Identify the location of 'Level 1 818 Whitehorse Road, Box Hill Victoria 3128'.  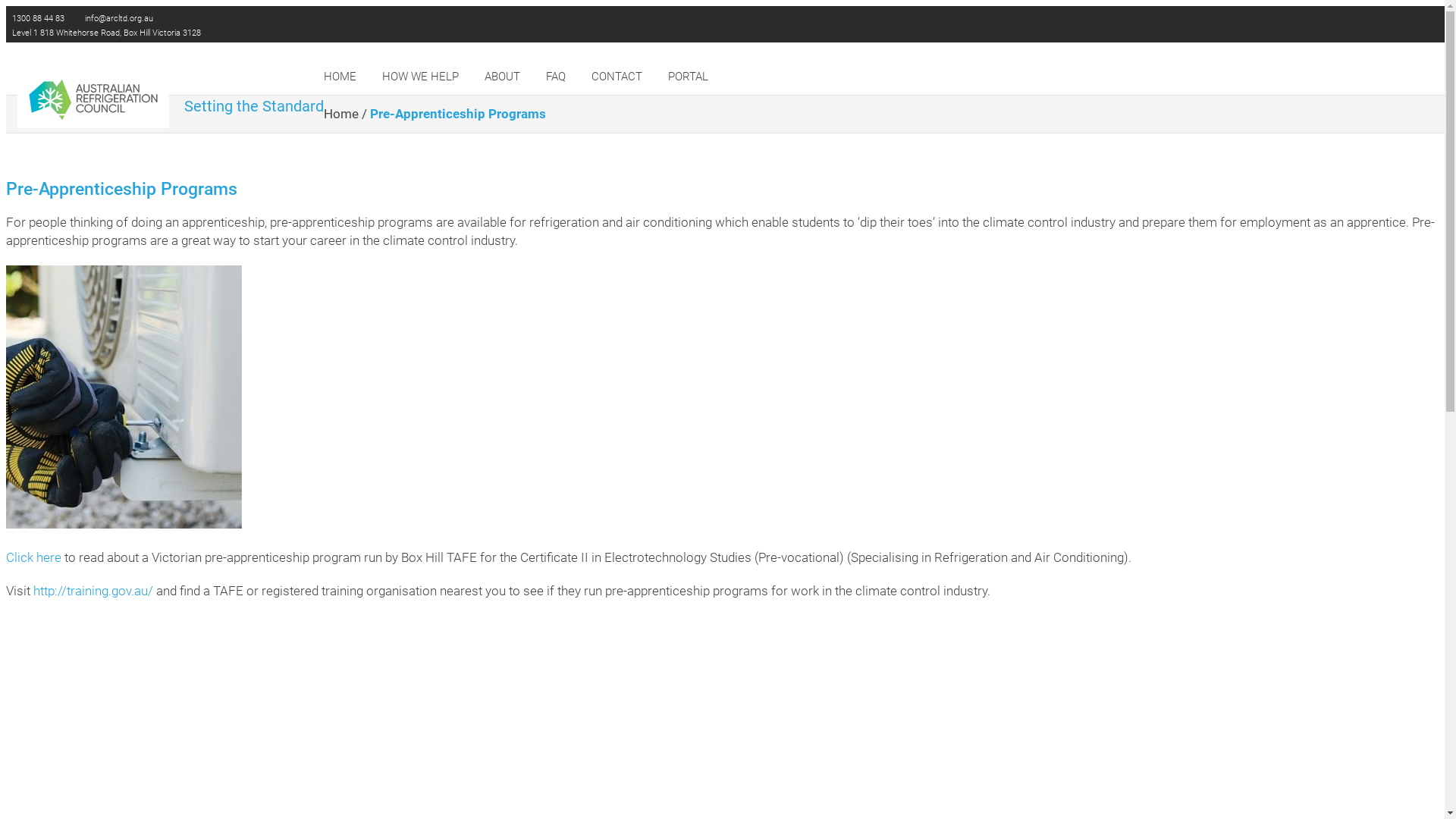
(105, 33).